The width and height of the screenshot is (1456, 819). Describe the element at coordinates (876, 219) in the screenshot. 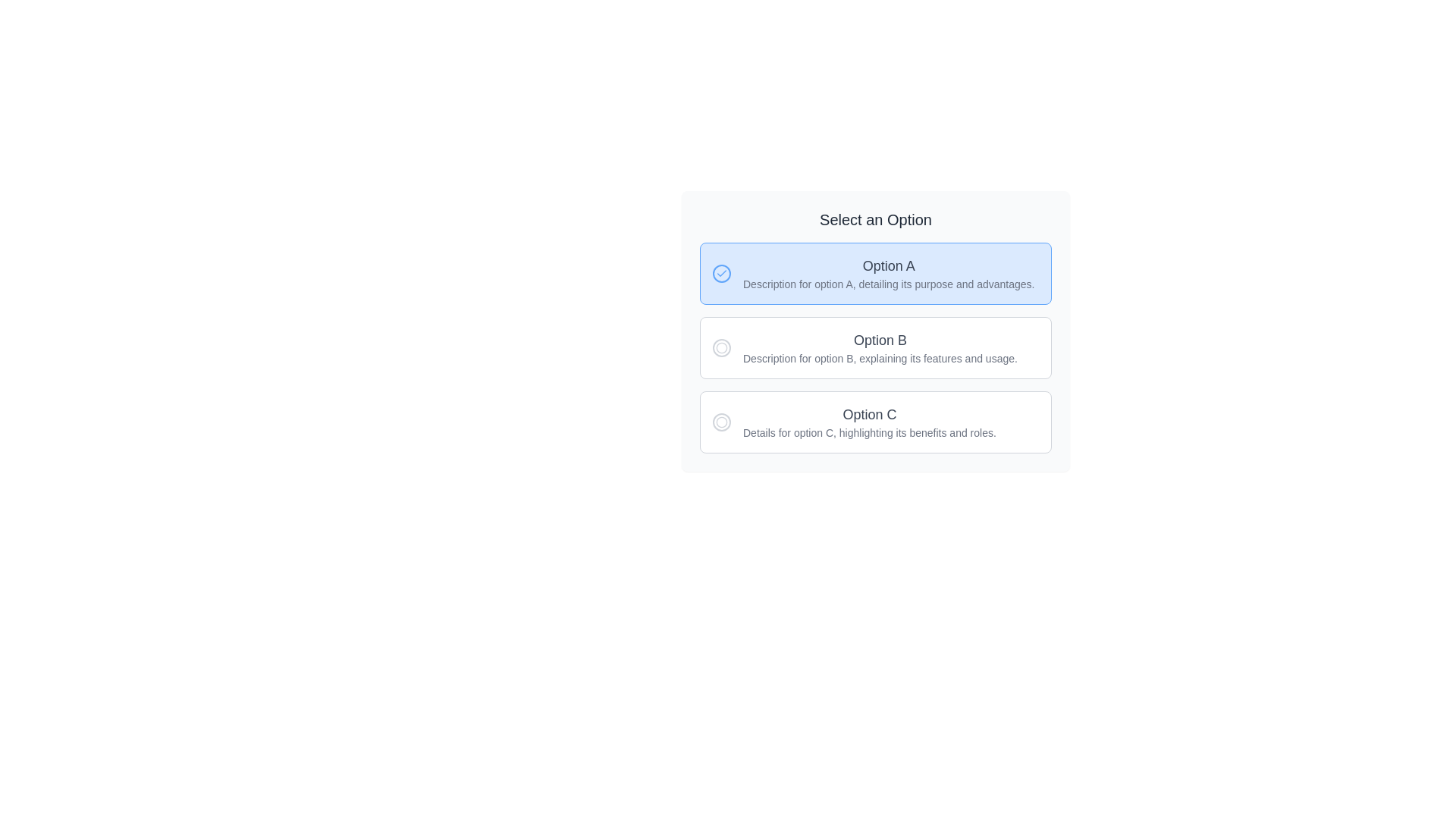

I see `the header text 'Select an Option' that is displayed in a bold and large font at the top of the centered card on a light gray background` at that location.